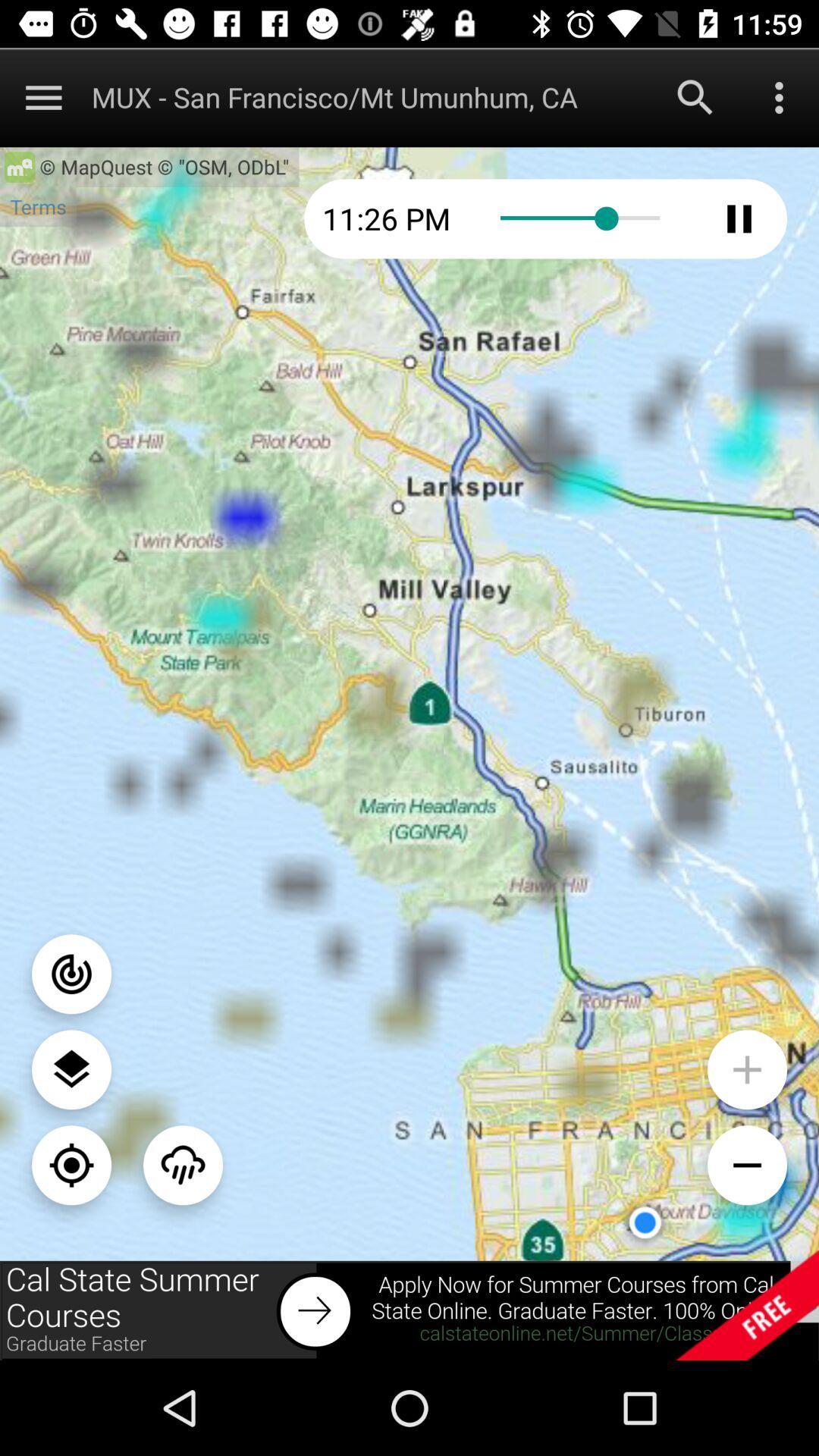  Describe the element at coordinates (695, 96) in the screenshot. I see `search option` at that location.